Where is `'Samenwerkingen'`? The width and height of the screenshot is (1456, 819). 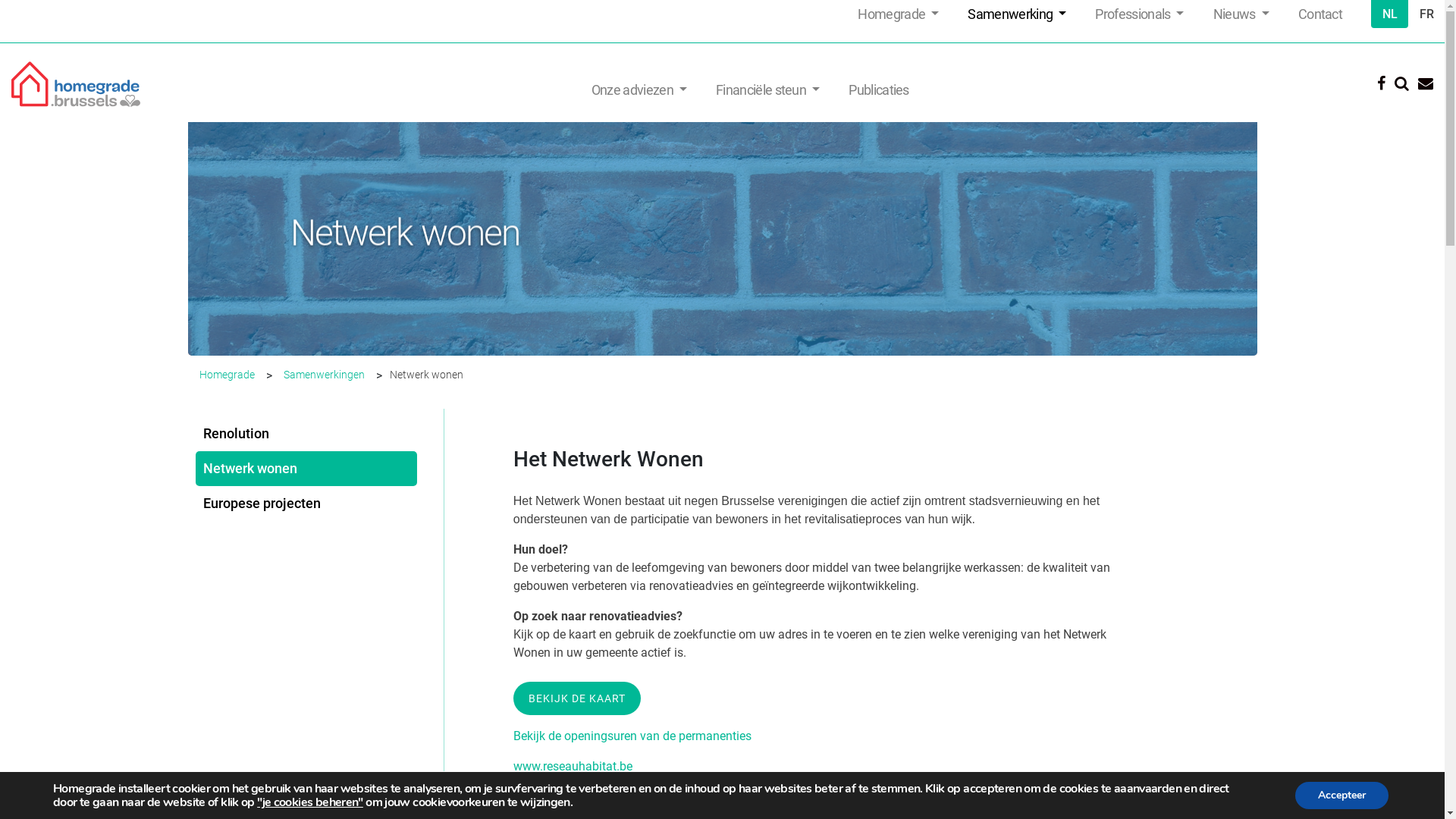 'Samenwerkingen' is located at coordinates (323, 374).